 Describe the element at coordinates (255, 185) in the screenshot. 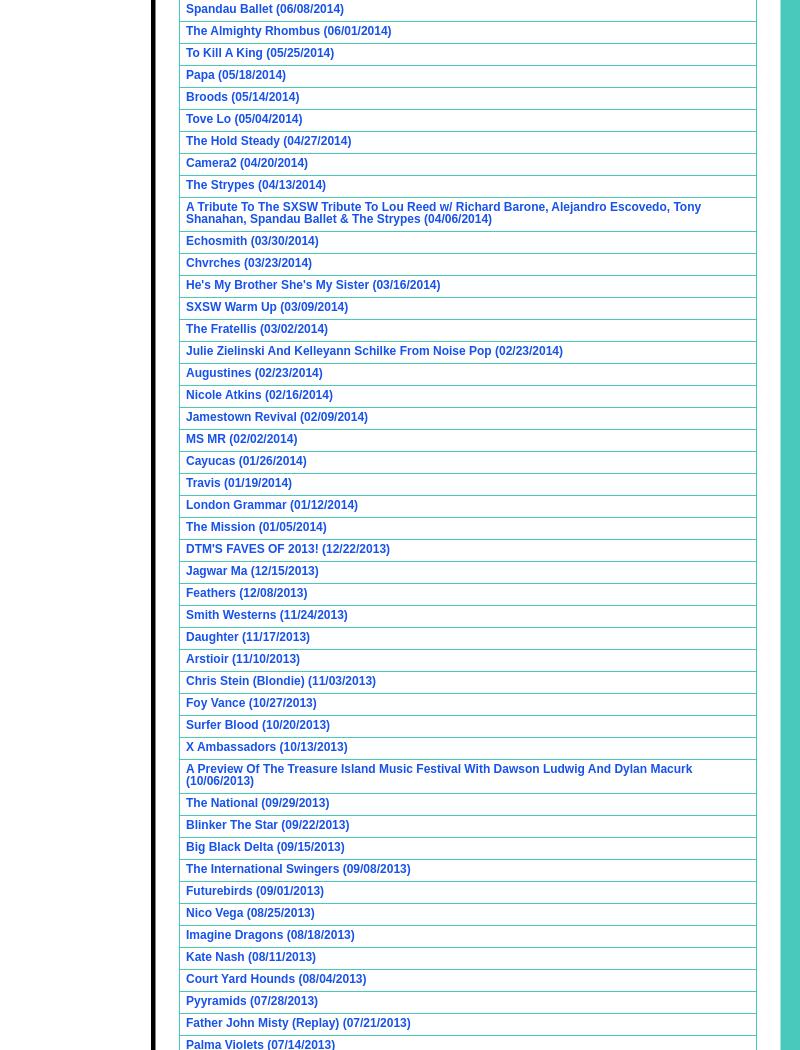

I see `'The Strypes (04/13/2014)'` at that location.